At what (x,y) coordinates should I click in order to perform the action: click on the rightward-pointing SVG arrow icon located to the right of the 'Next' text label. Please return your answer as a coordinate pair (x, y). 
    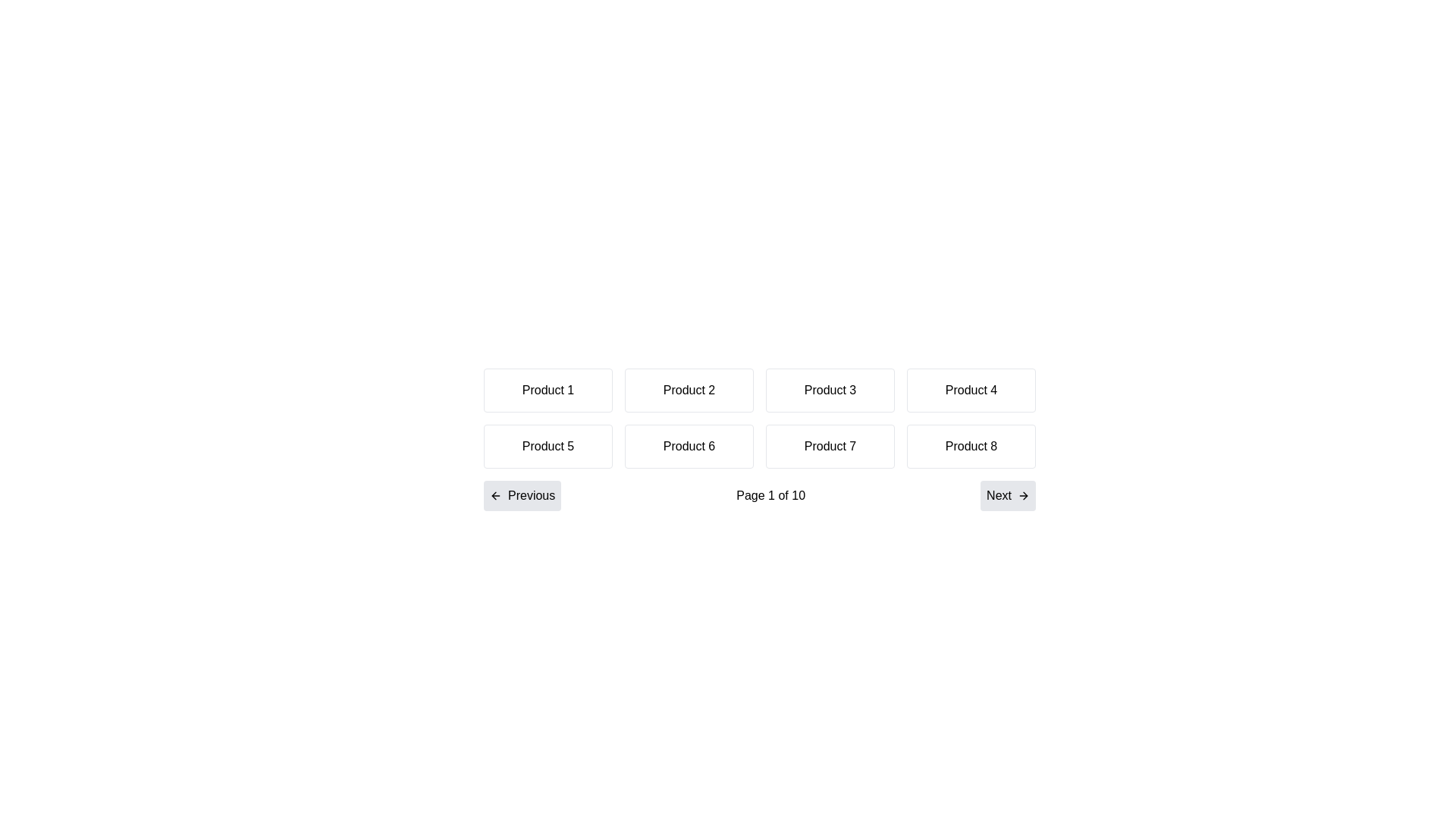
    Looking at the image, I should click on (1023, 496).